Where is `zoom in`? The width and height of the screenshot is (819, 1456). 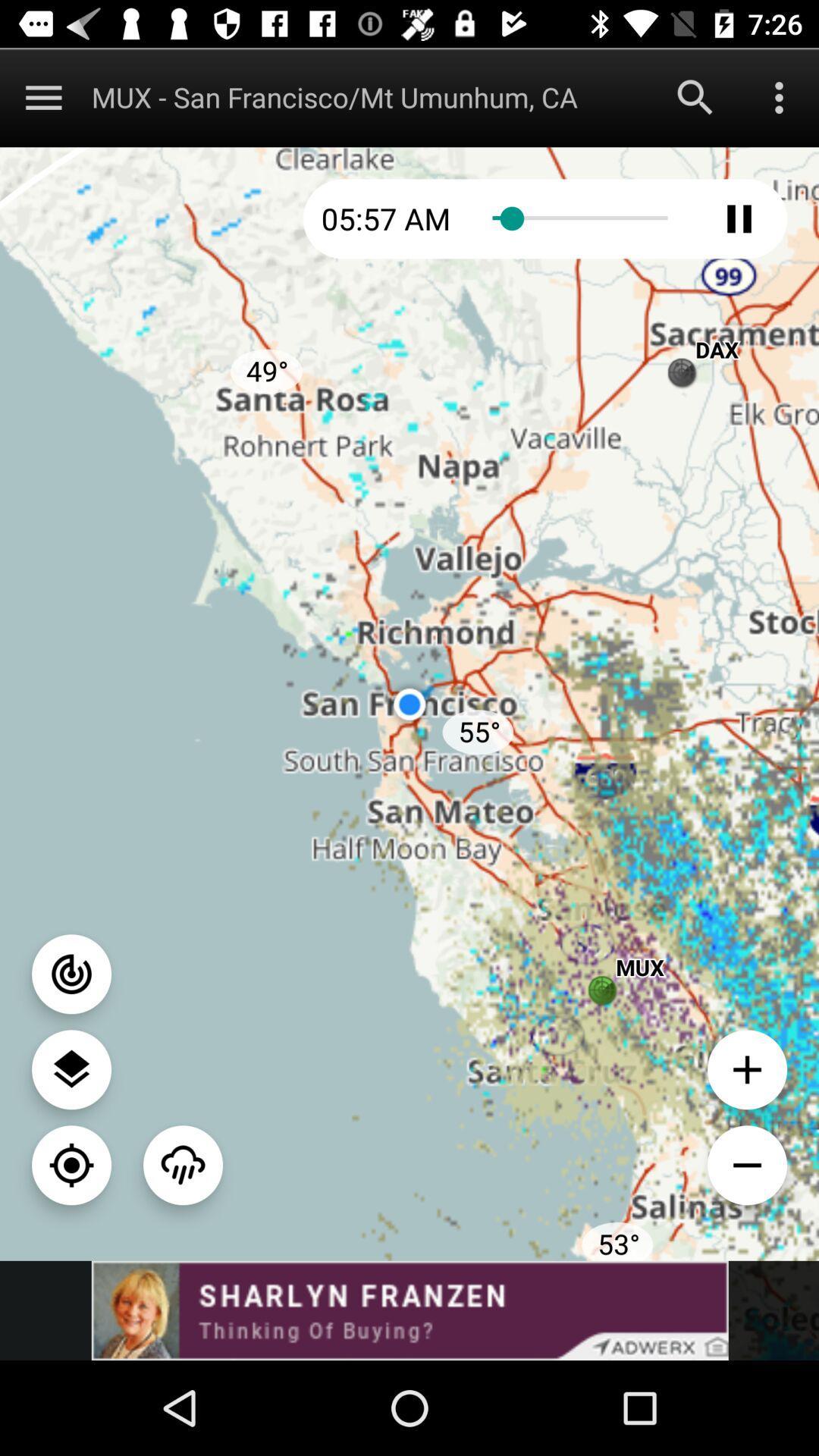
zoom in is located at coordinates (746, 1068).